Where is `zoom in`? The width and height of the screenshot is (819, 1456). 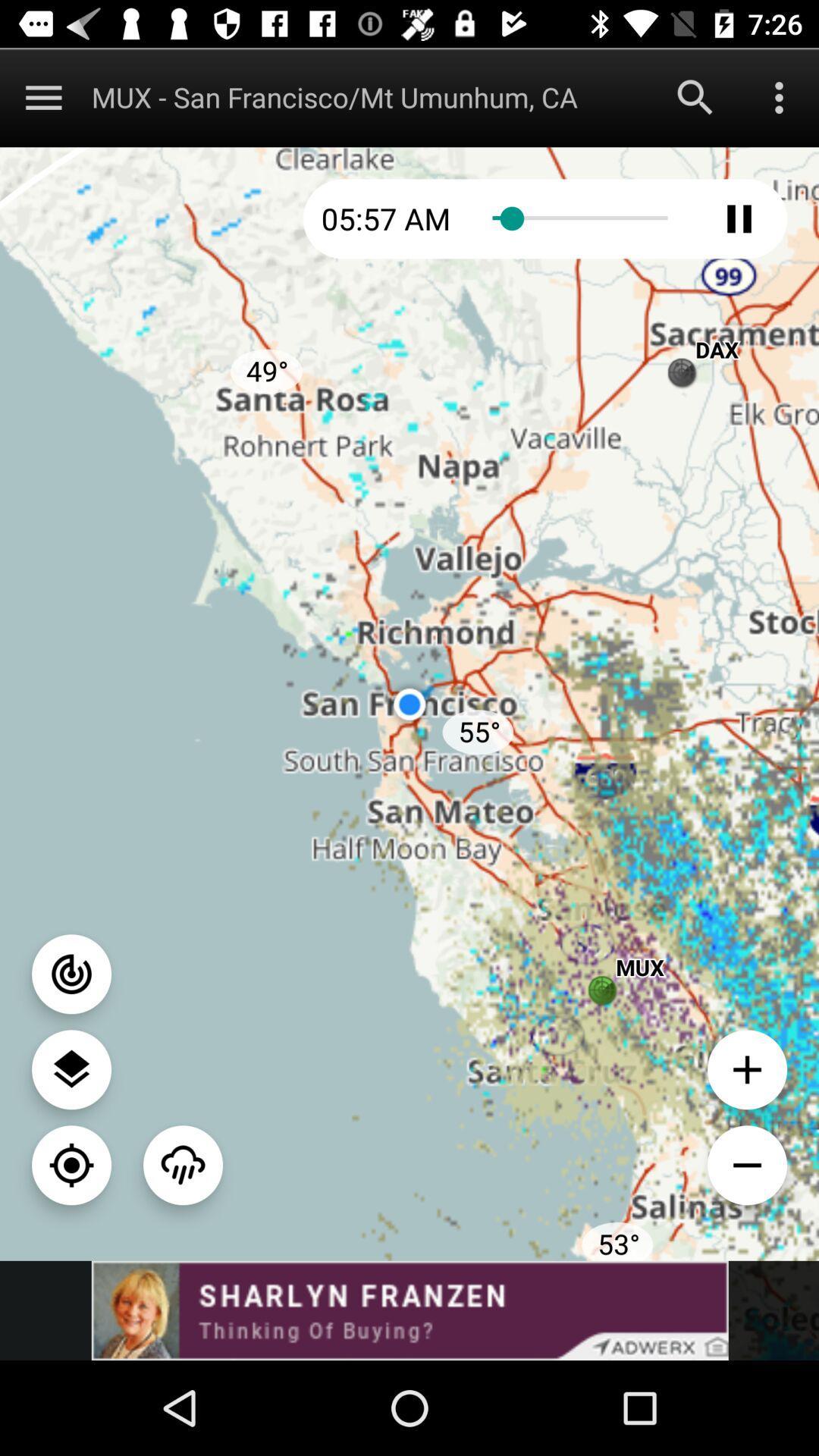
zoom in is located at coordinates (746, 1068).